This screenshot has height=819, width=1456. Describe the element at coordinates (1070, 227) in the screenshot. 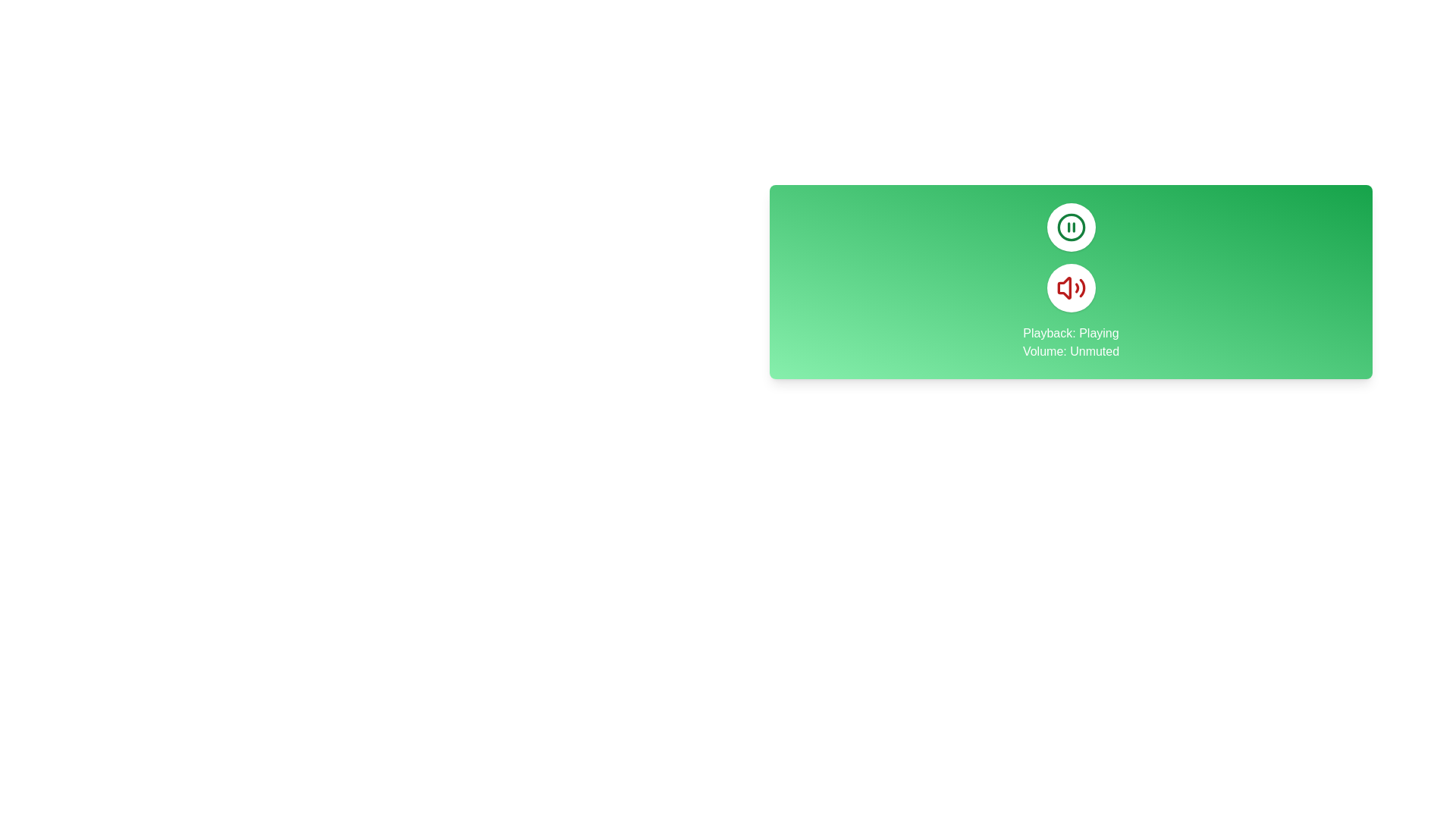

I see `the playback toggle button to toggle the playback state` at that location.